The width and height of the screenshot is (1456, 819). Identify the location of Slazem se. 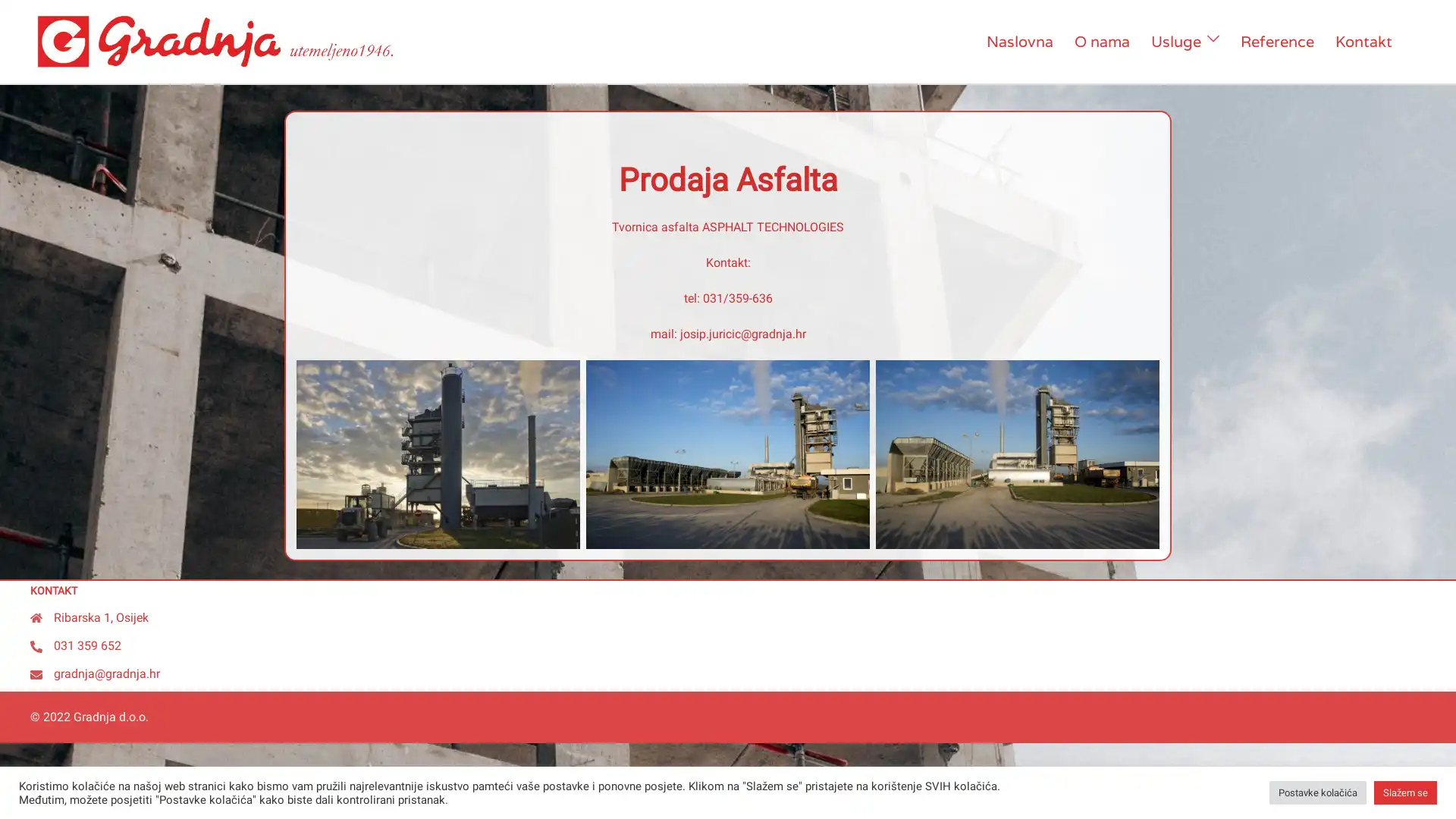
(1404, 792).